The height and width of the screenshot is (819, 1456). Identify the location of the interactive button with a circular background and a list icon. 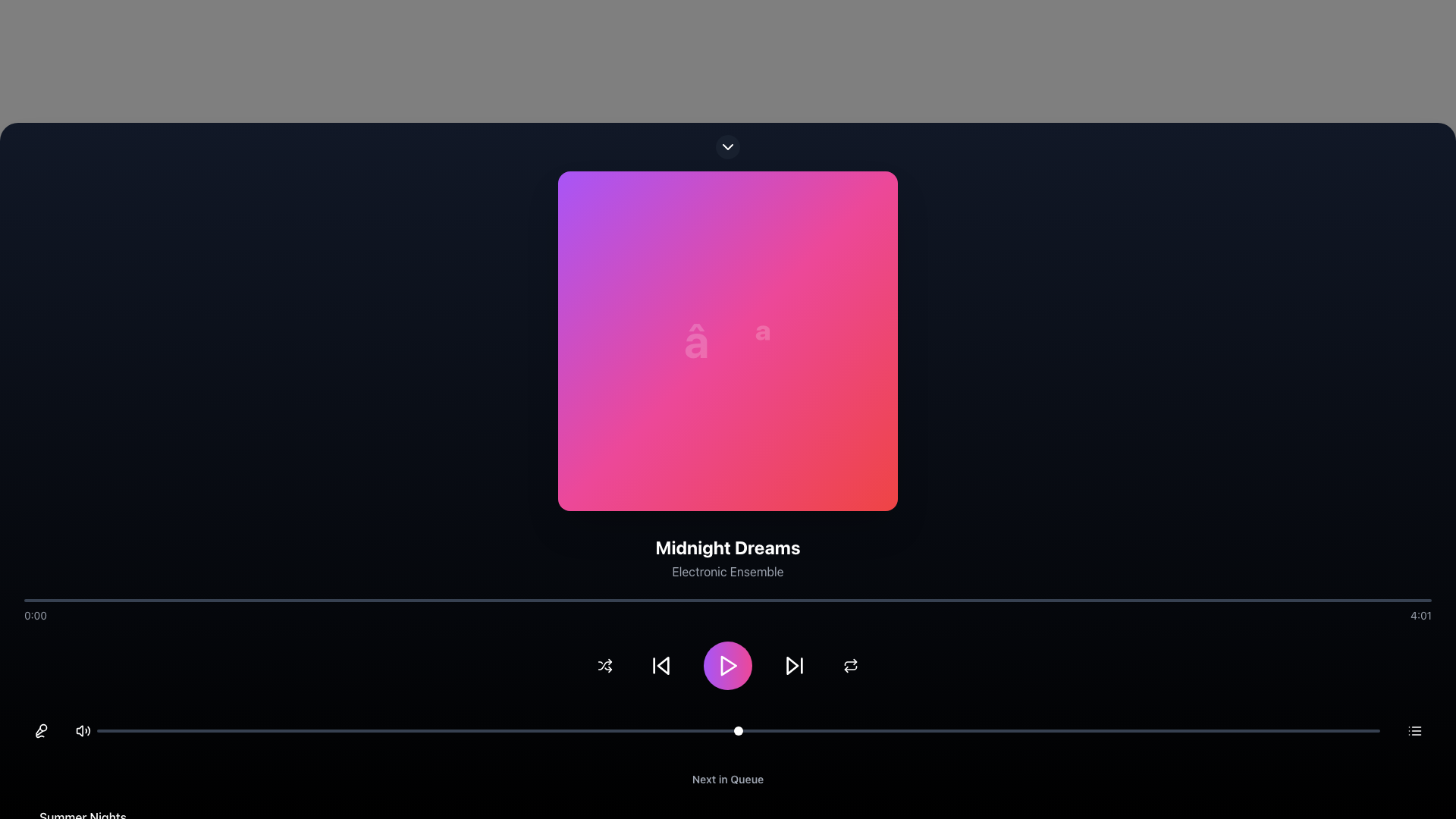
(1414, 730).